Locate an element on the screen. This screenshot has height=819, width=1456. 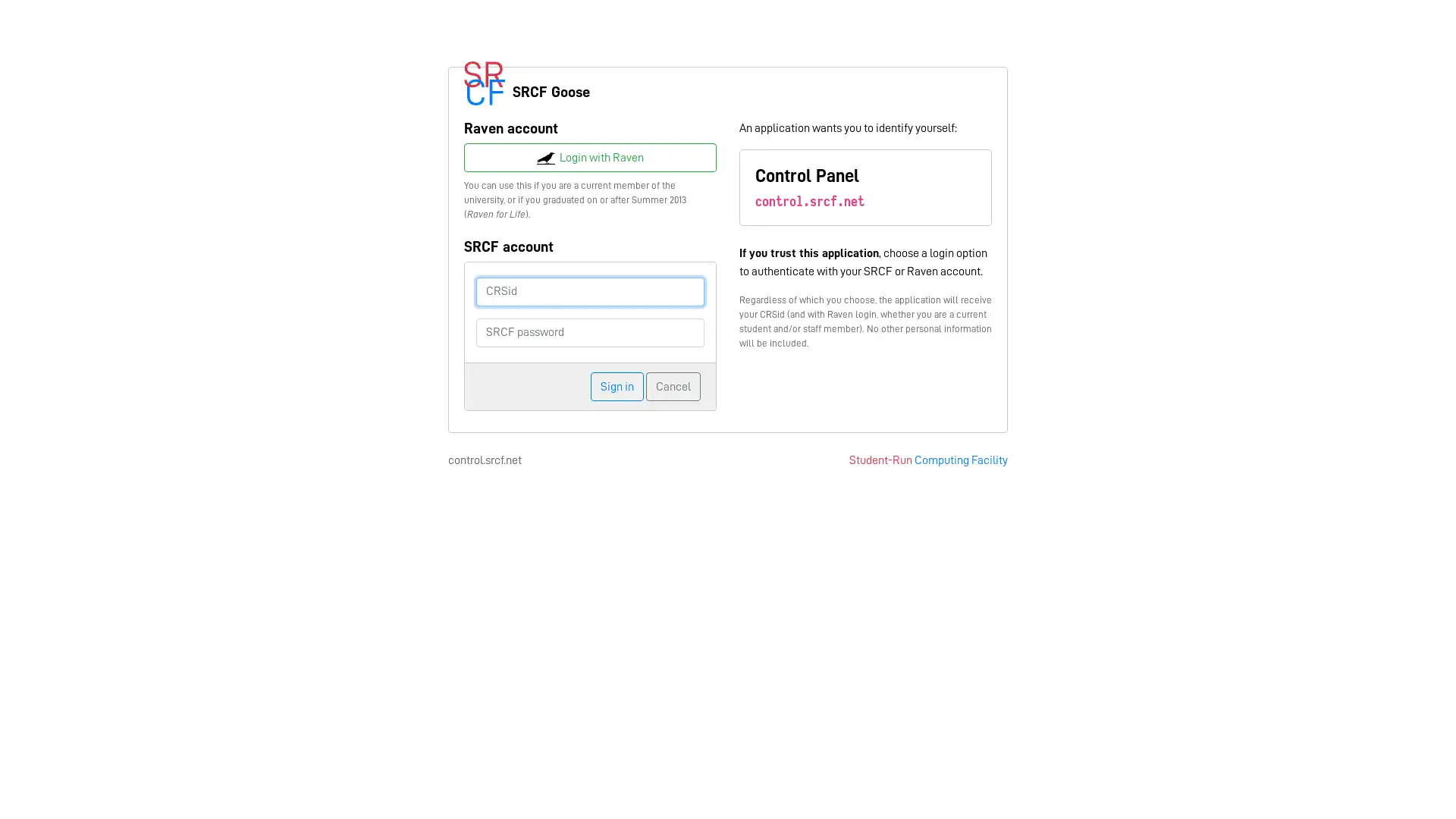
Cancel is located at coordinates (673, 385).